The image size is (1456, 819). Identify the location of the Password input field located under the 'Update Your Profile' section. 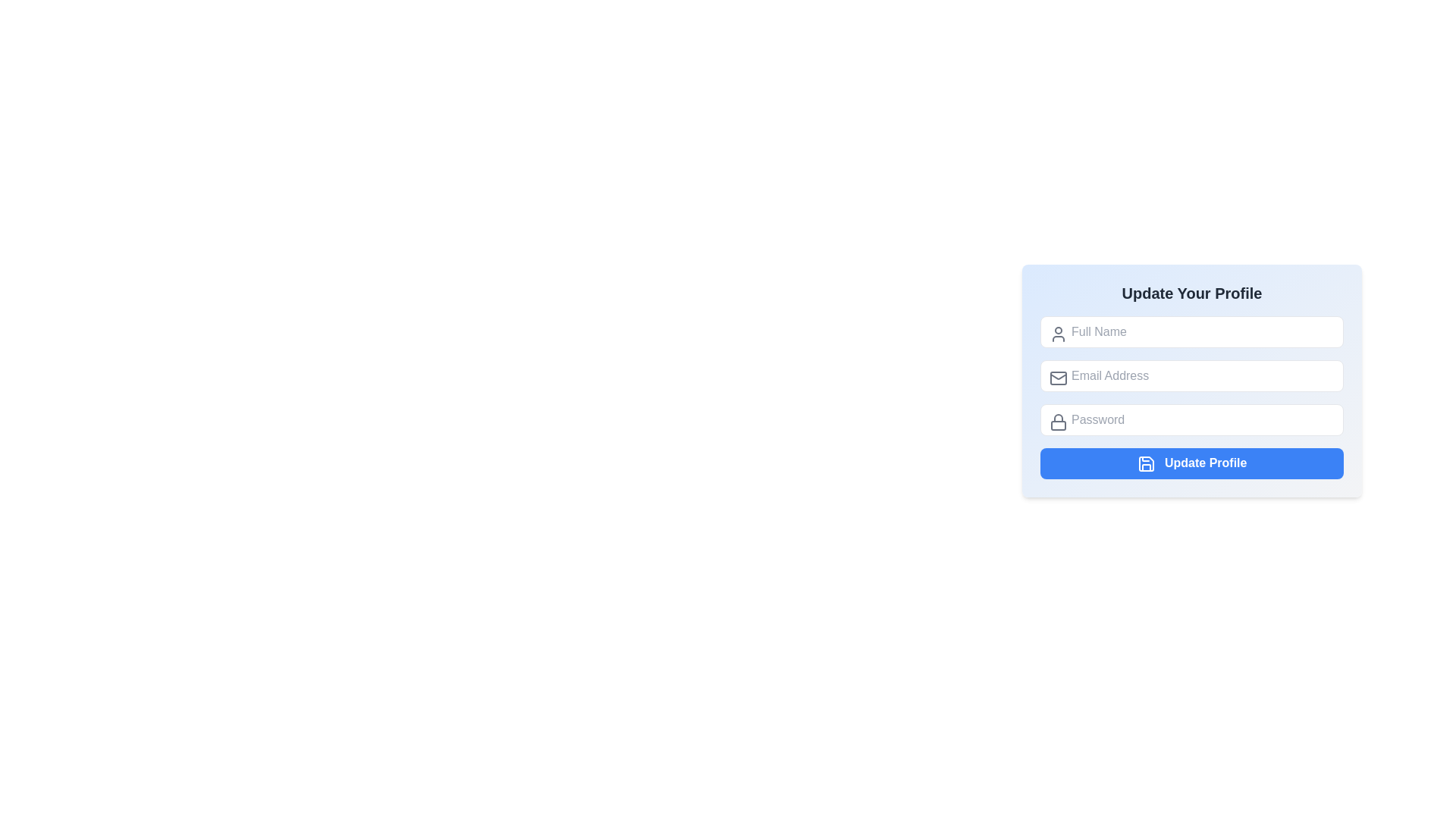
(1191, 420).